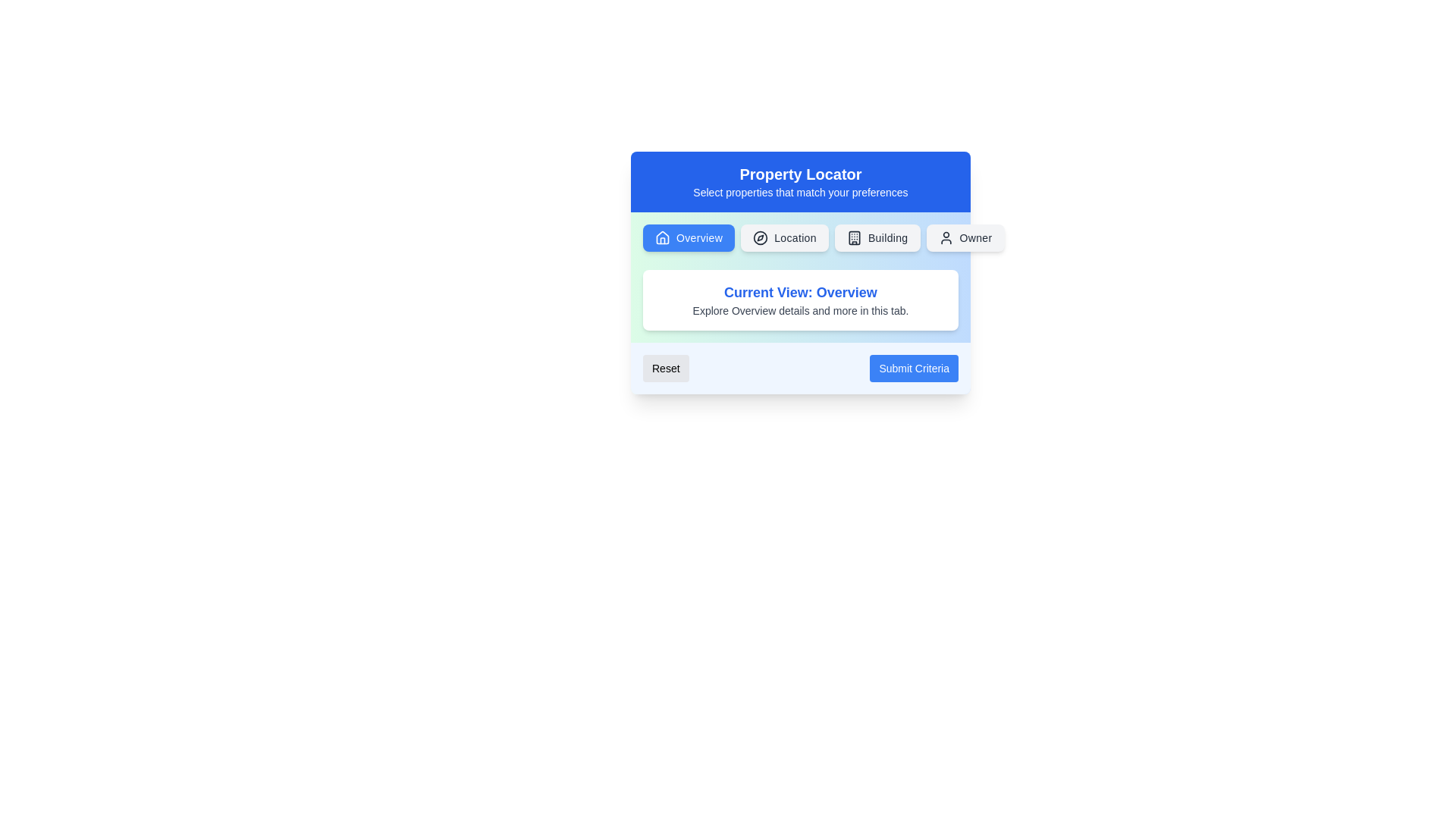 This screenshot has height=819, width=1456. What do you see at coordinates (662, 237) in the screenshot?
I see `the house-shaped icon located to the left of the 'Overview' text label in the top-left area of the control panel` at bounding box center [662, 237].